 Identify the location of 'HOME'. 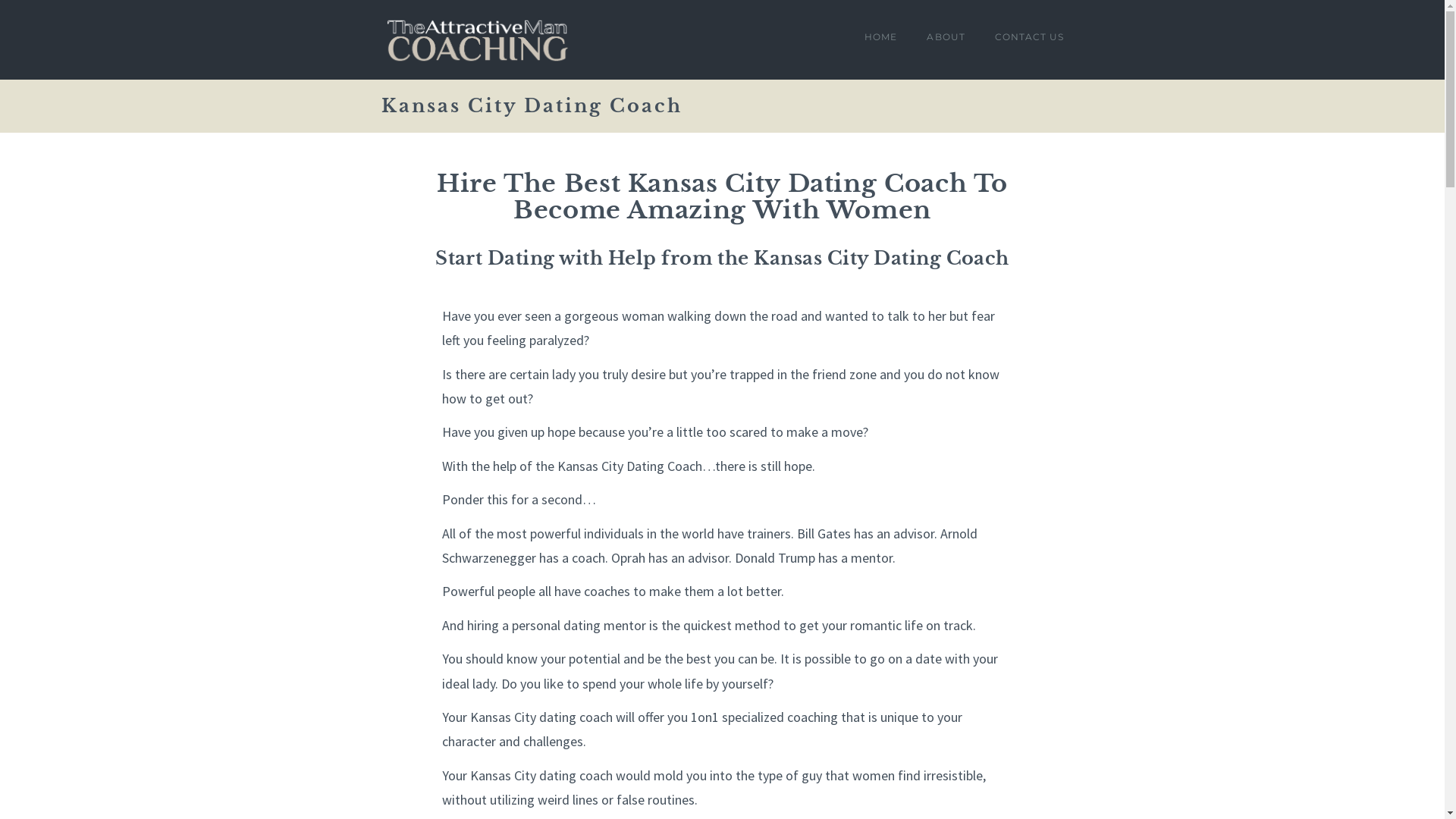
(880, 39).